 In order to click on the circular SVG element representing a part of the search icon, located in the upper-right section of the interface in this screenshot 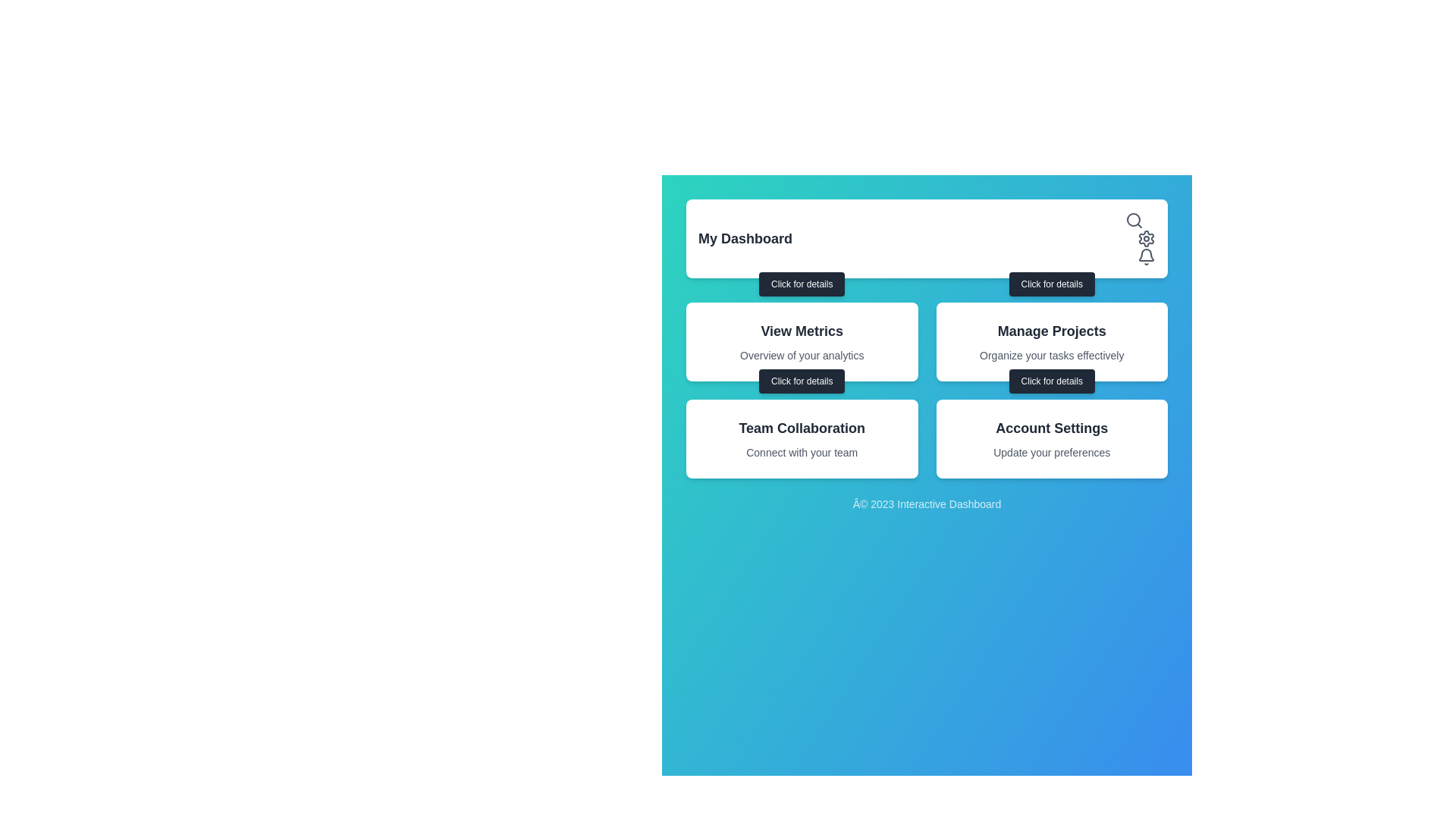, I will do `click(1133, 219)`.